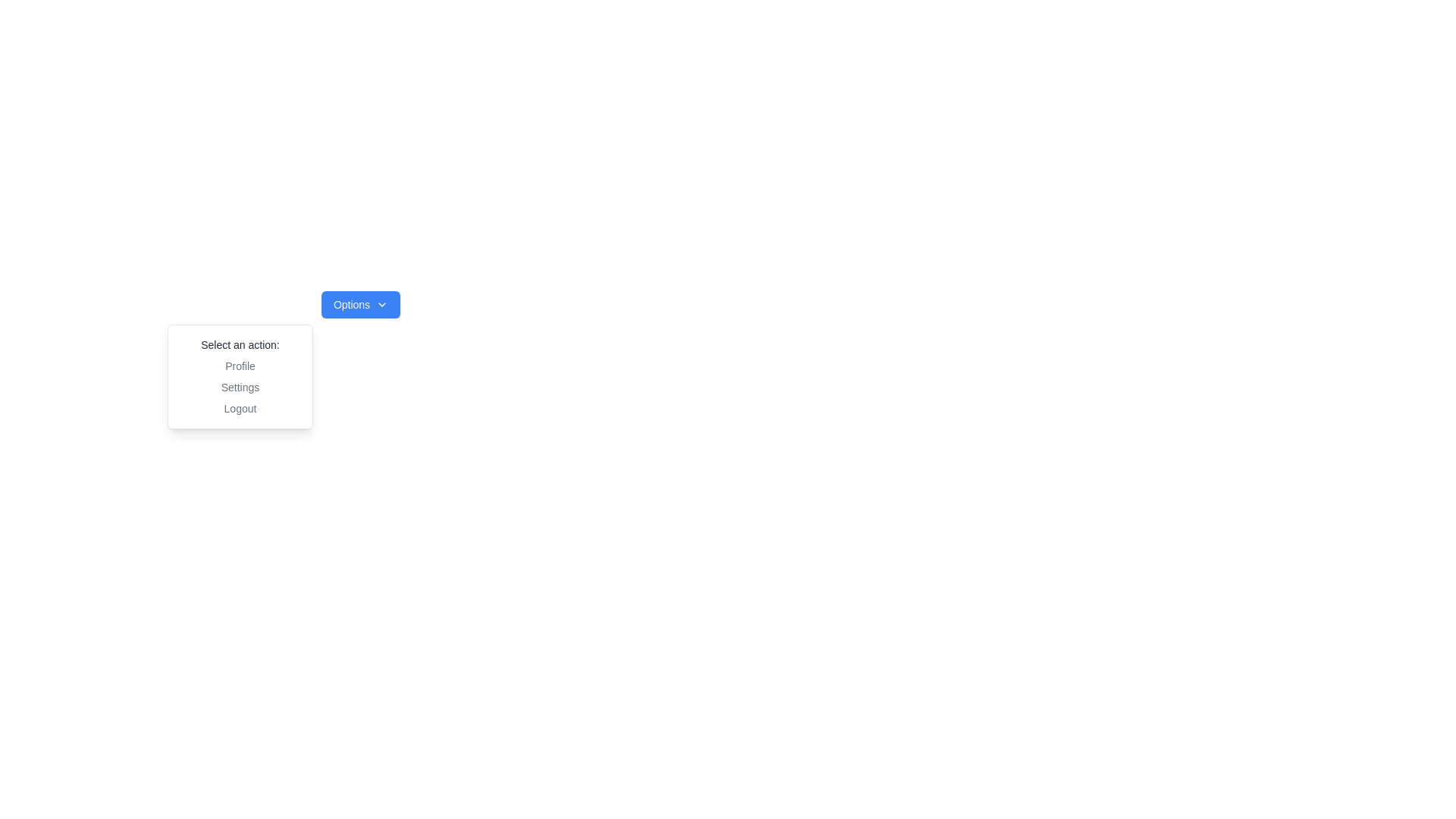 This screenshot has height=819, width=1456. Describe the element at coordinates (239, 386) in the screenshot. I see `the action selector menu located below the title 'Select an action:', which allows users to choose between 'Profile', 'Settings', and 'Logout'` at that location.